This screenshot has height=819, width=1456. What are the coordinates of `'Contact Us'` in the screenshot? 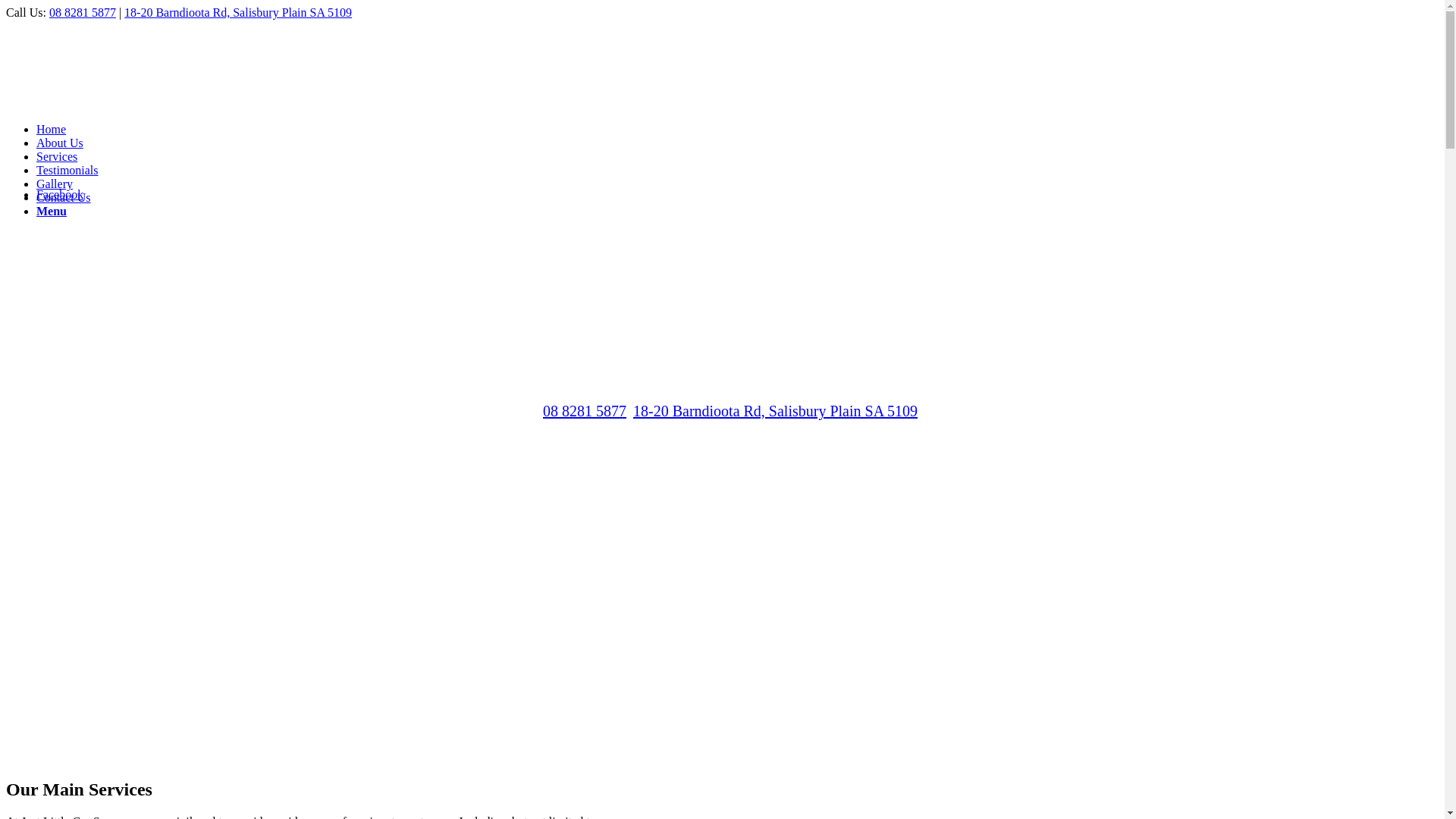 It's located at (62, 196).